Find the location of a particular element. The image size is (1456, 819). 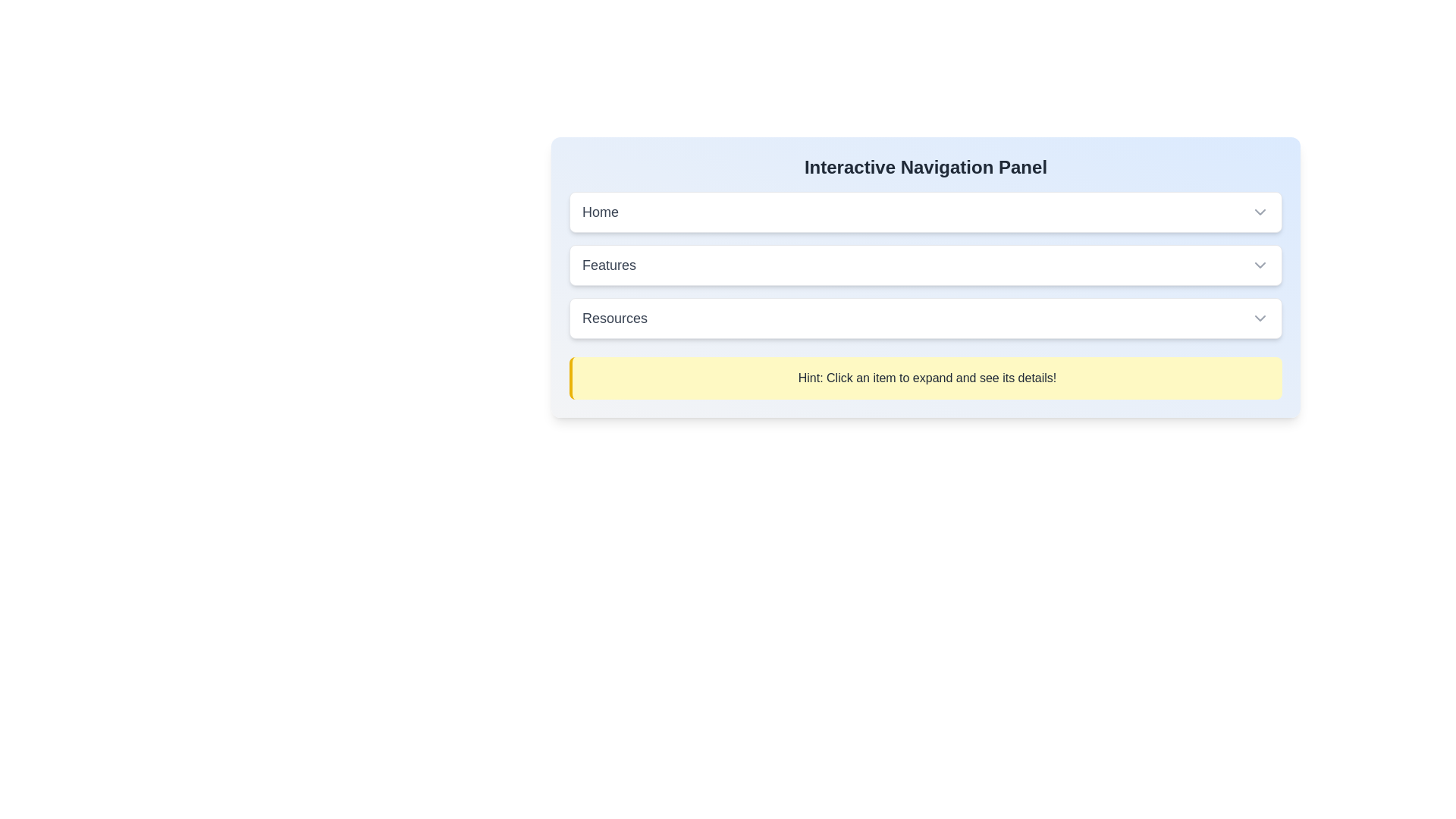

the Accordion navigation panel is located at coordinates (924, 295).